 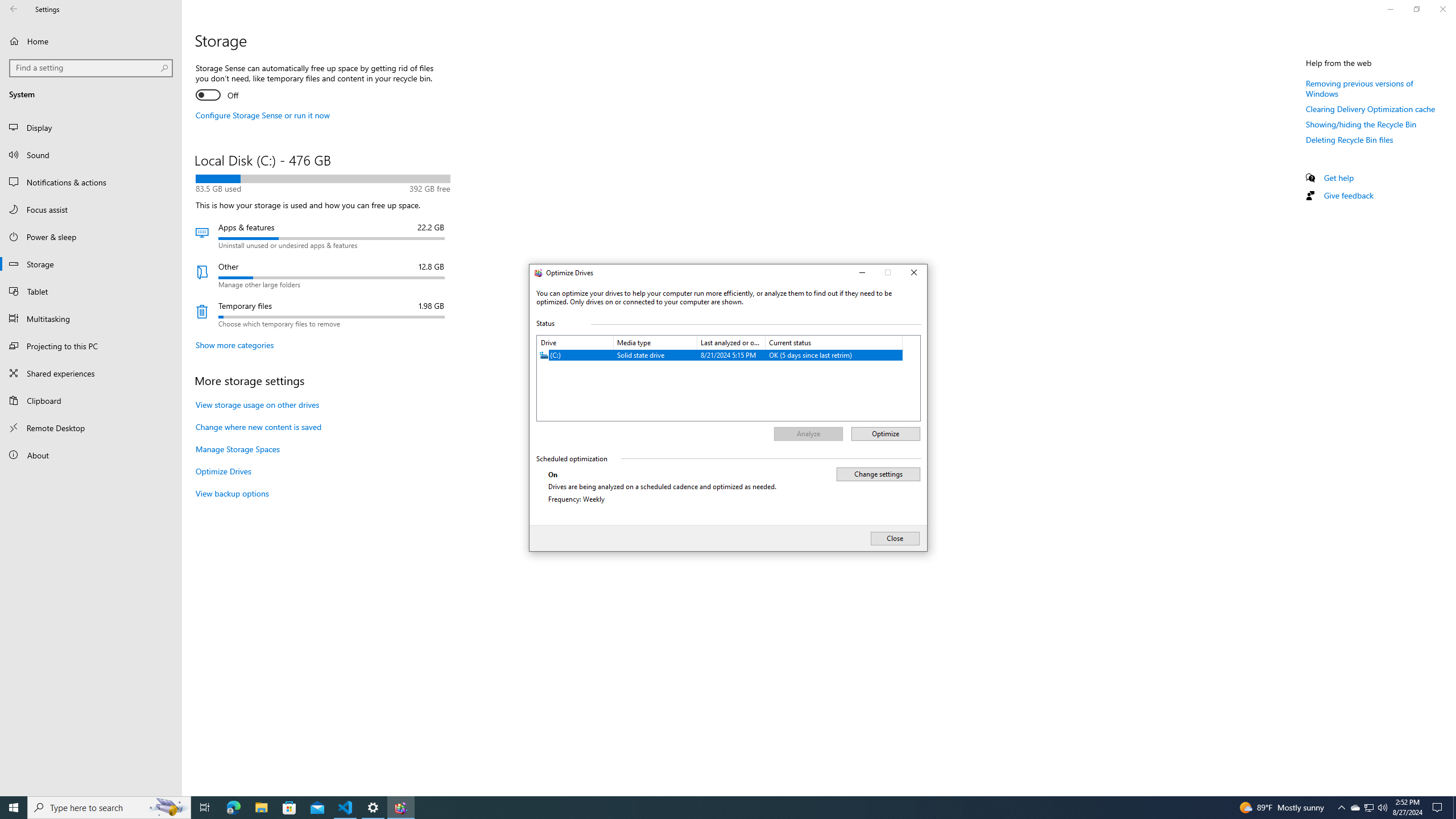 I want to click on 'Maximize', so click(x=888, y=272).